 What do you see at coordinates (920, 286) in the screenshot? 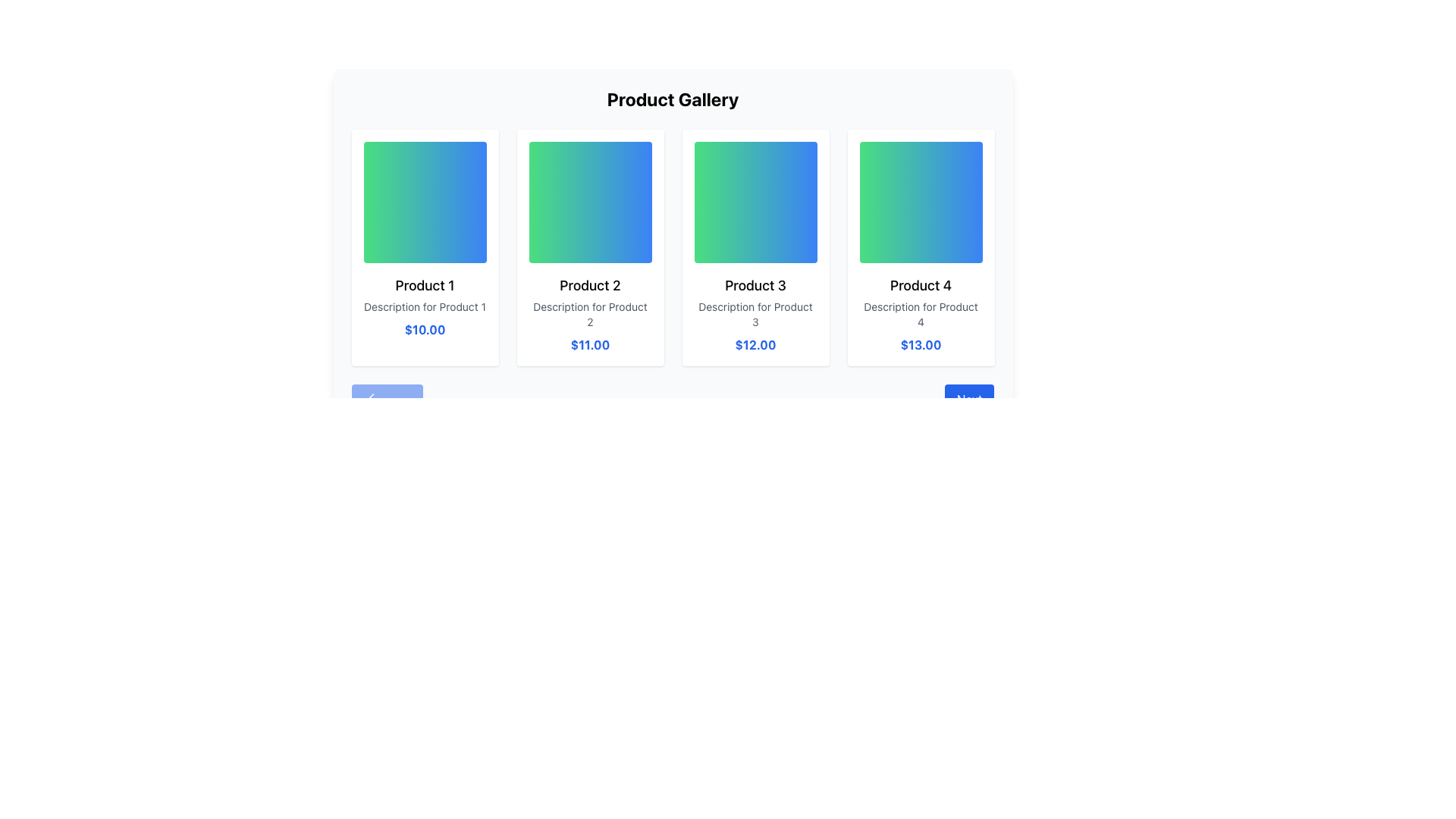
I see `the text label serving as the title for 'Product 4', which is located within the fourth product card, positioned below the associated gradient image and above its description and price` at bounding box center [920, 286].